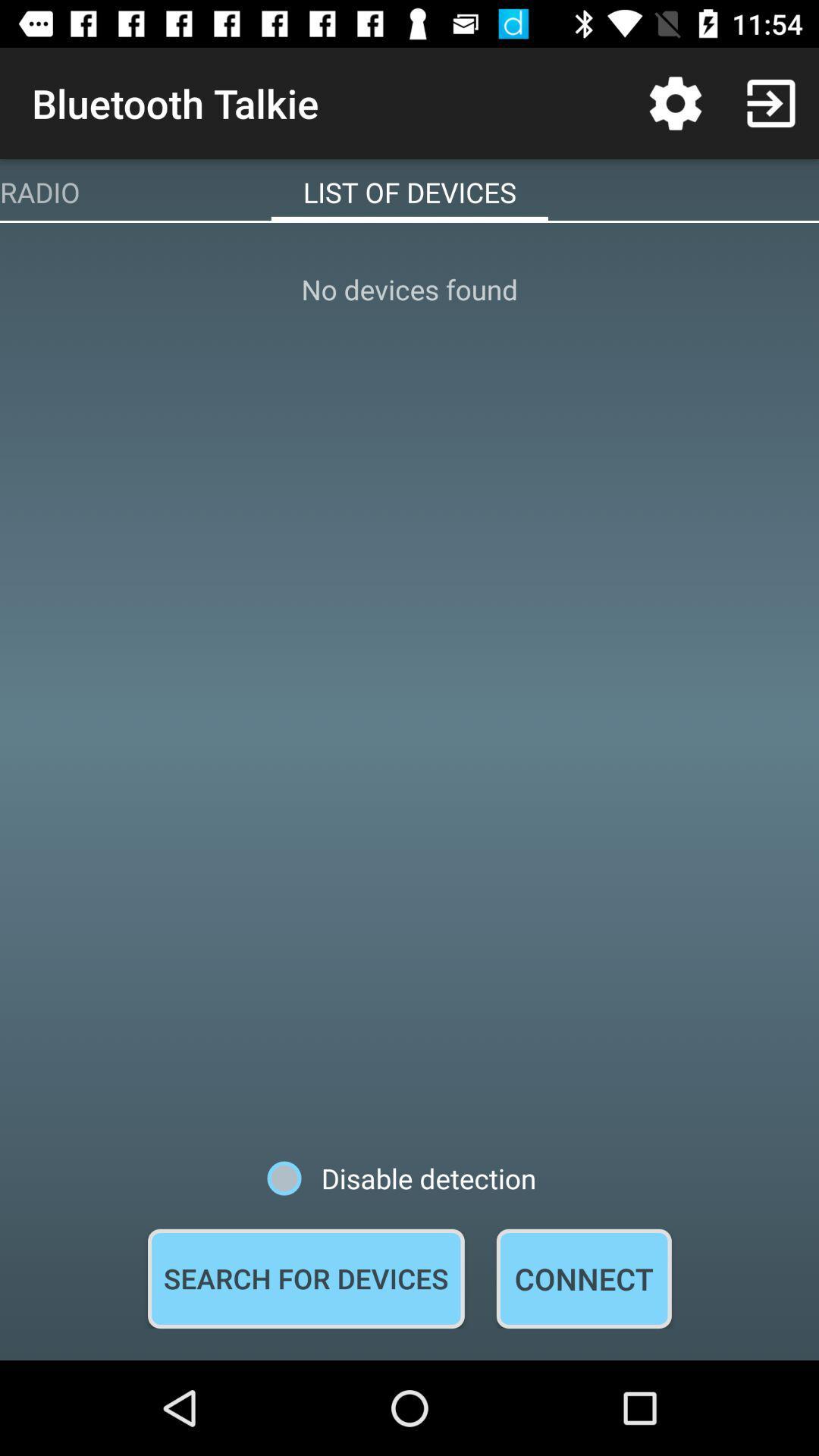  I want to click on item below radio app, so click(409, 690).